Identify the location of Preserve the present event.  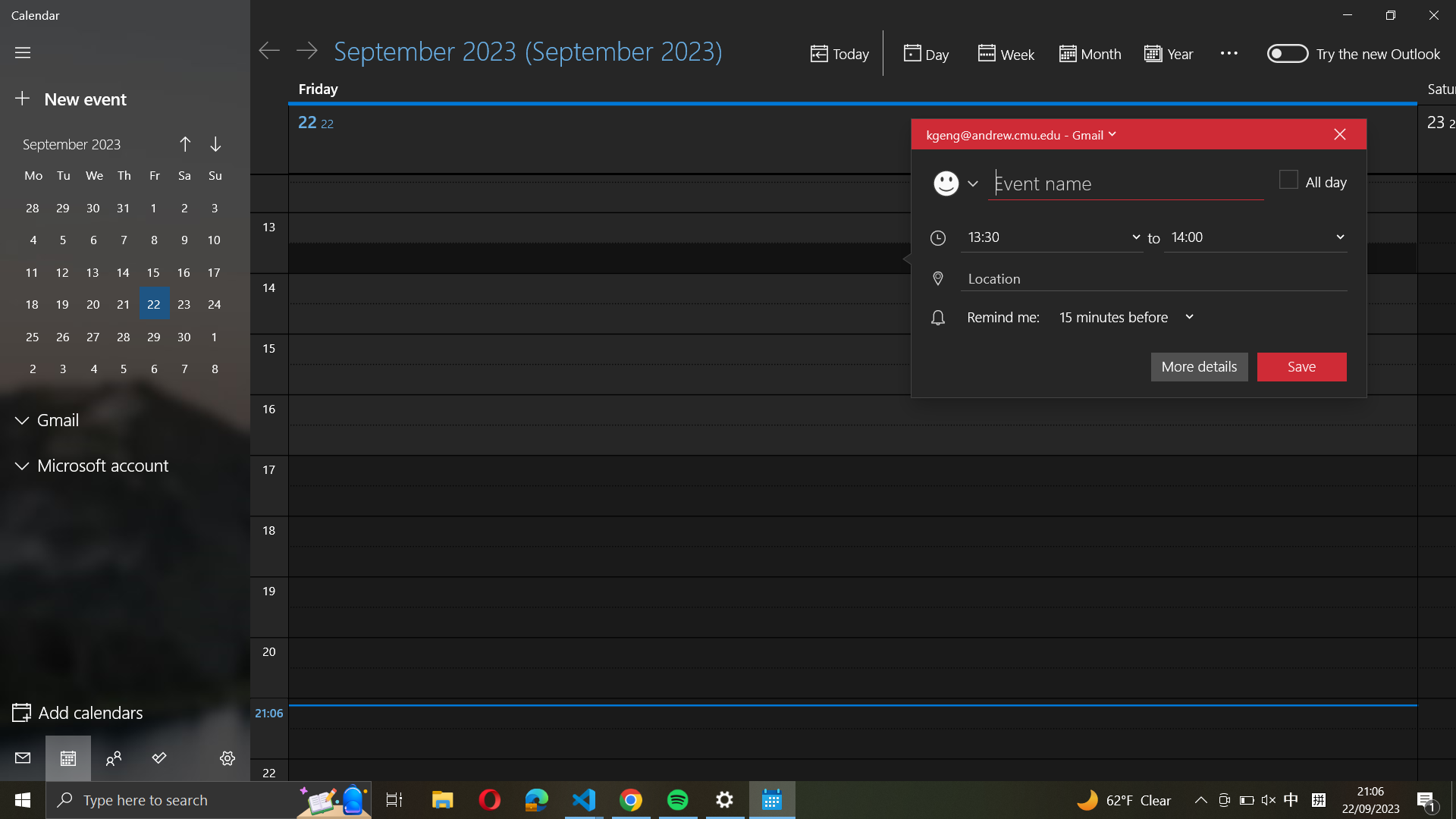
(1301, 366).